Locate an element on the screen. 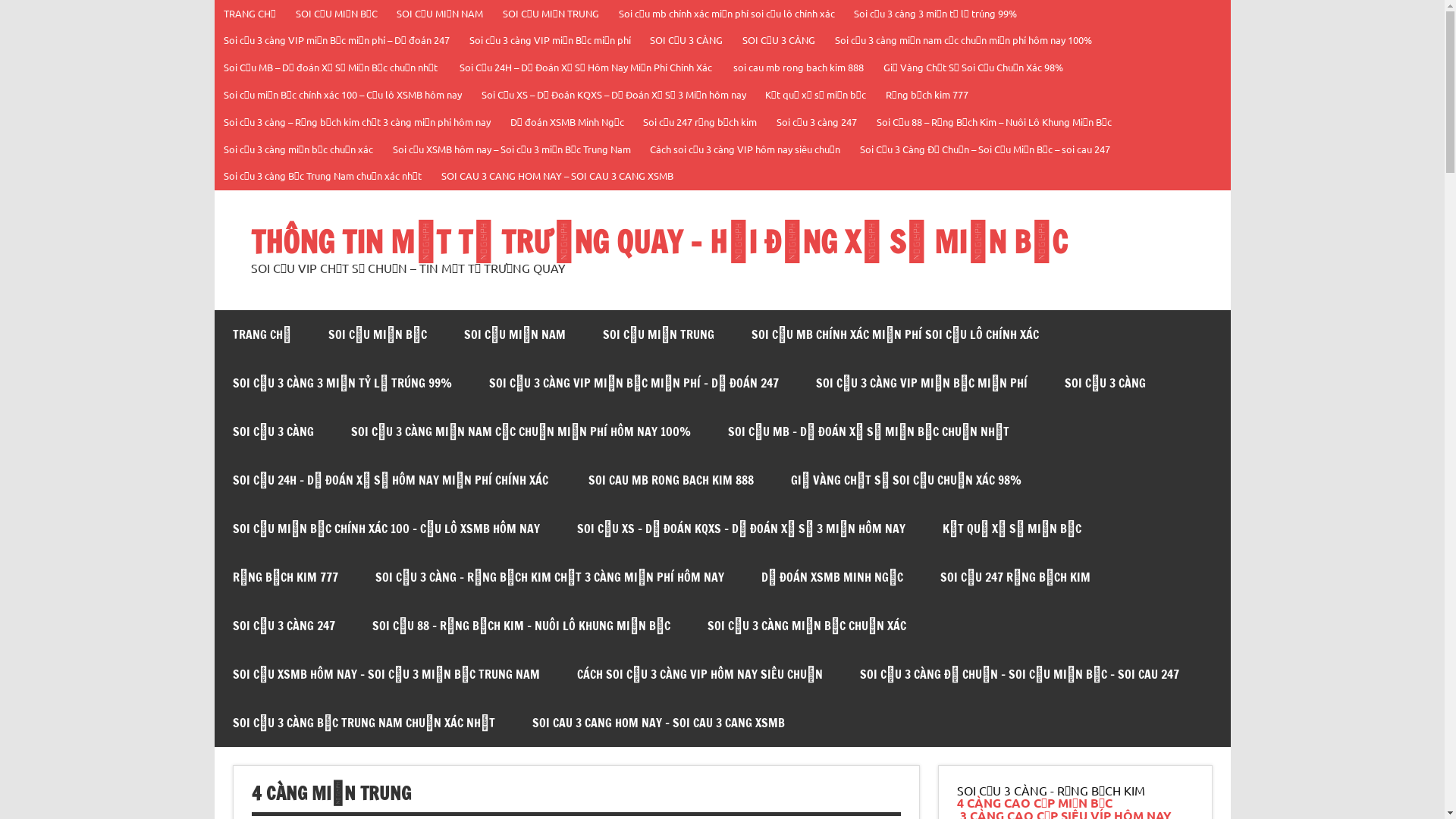 This screenshot has width=1456, height=819. 'soi cau mb rong bach kim 888' is located at coordinates (799, 67).